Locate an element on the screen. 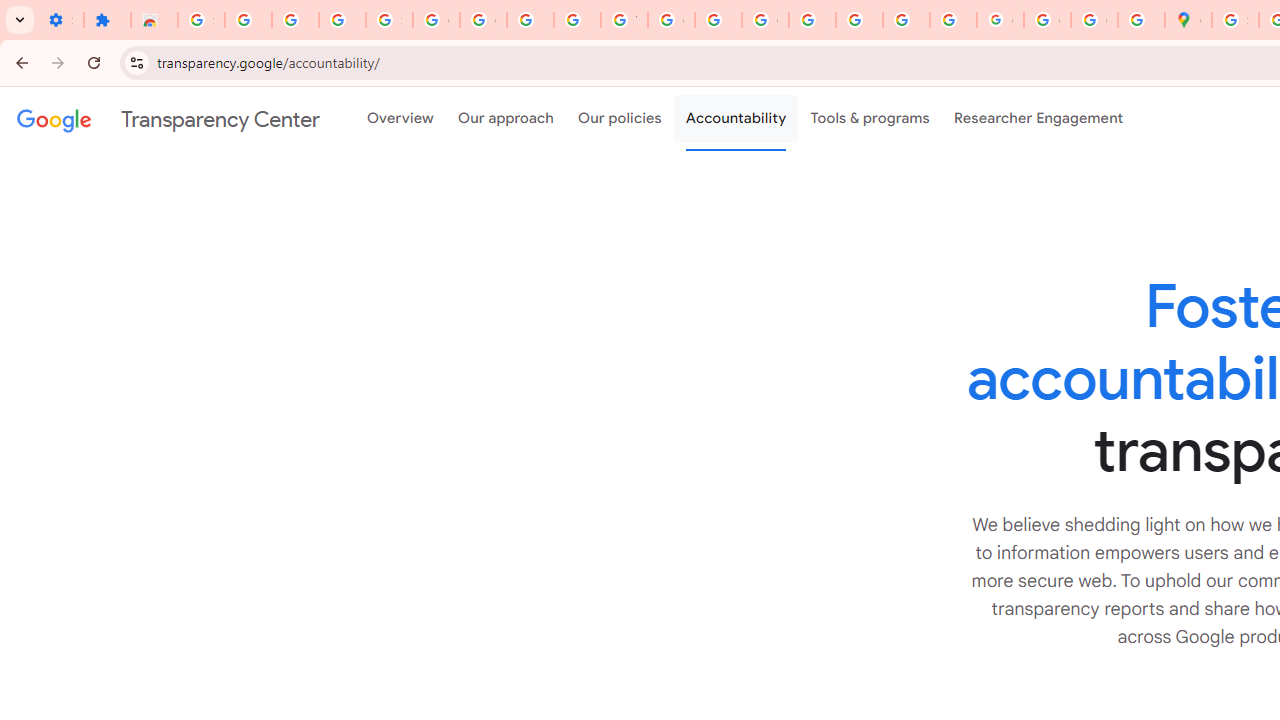 Image resolution: width=1280 pixels, height=720 pixels. 'Reviews: Helix Fruit Jump Arcade Game' is located at coordinates (153, 20).